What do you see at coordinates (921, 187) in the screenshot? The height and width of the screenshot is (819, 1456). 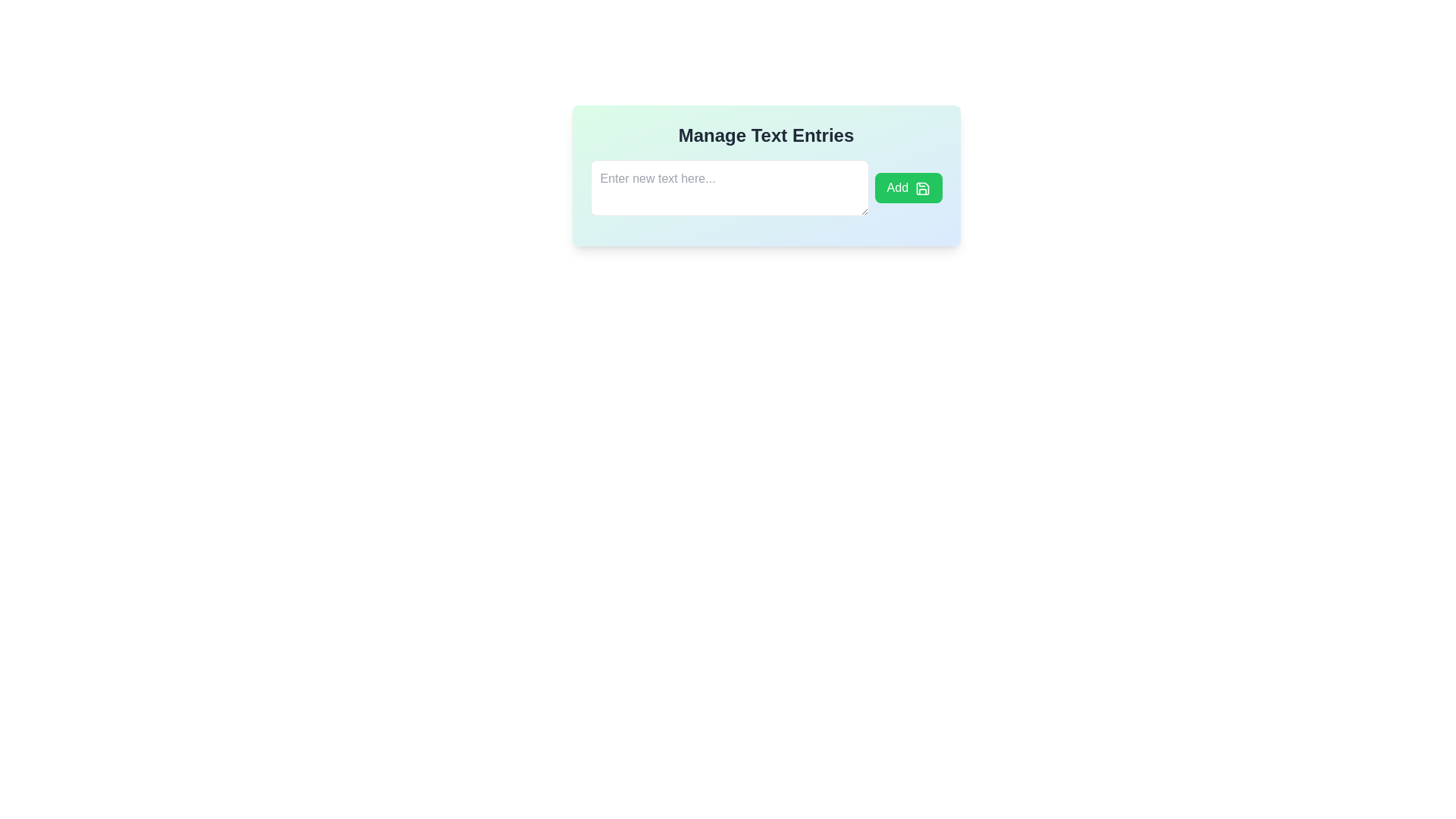 I see `the small save icon with a green background located to the right of the 'Add' button` at bounding box center [921, 187].